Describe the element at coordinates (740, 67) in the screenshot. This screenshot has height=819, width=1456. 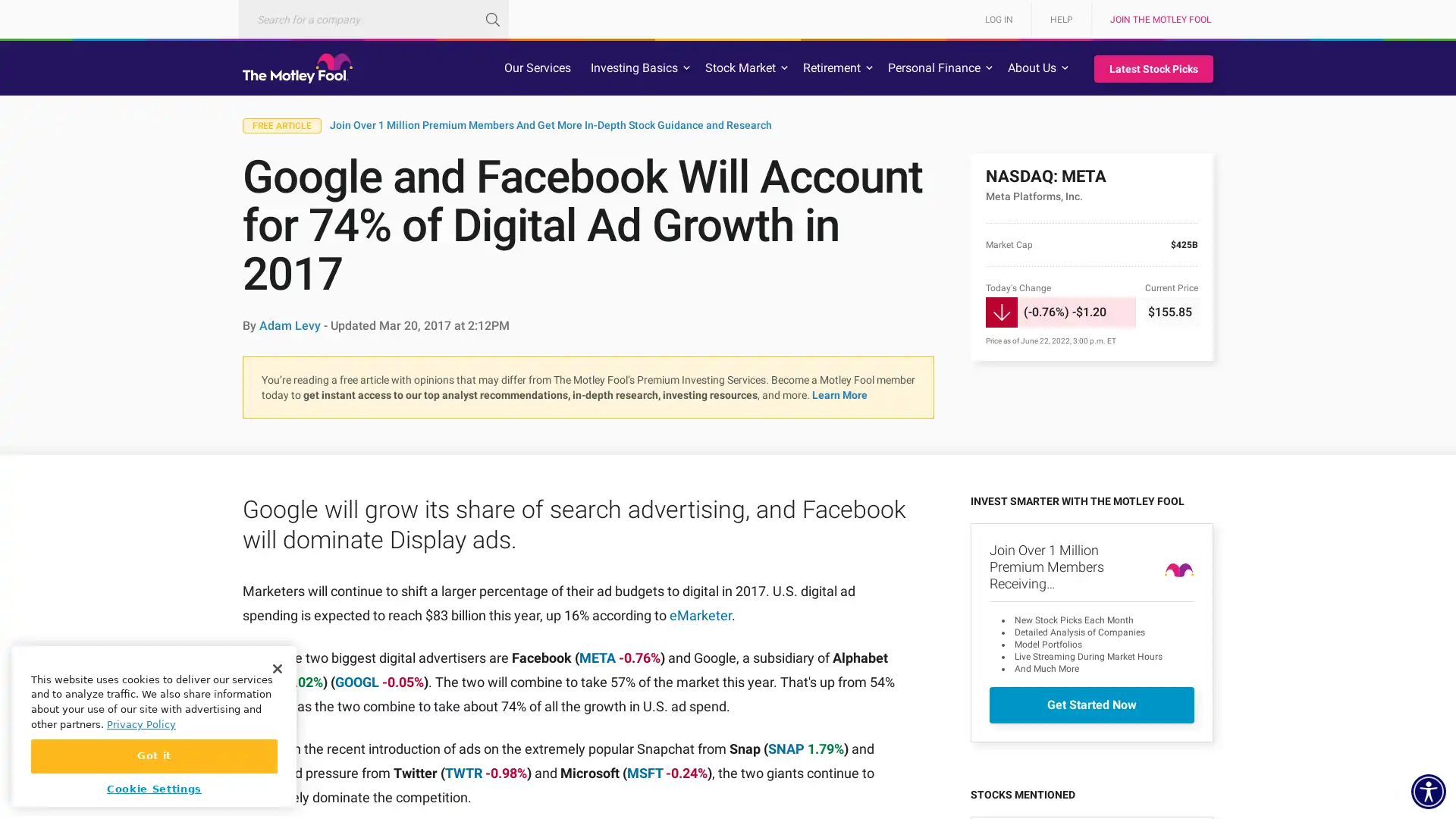
I see `Stock Market` at that location.